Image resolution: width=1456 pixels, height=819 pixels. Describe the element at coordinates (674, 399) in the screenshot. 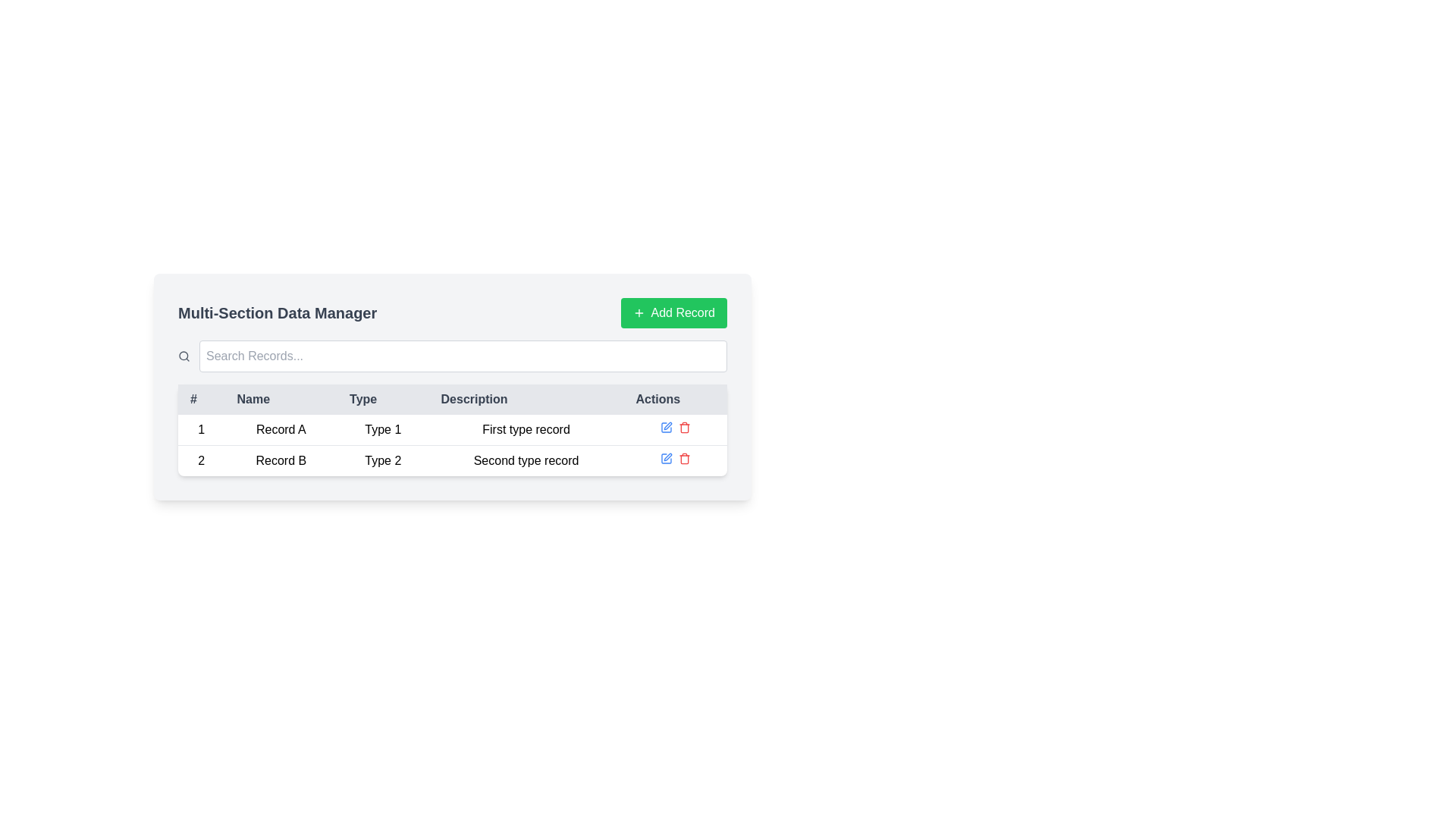

I see `the 'Actions' text header in the table layout, which is styled with a grey background and bold, dark font, located in the fifth column of the header row` at that location.